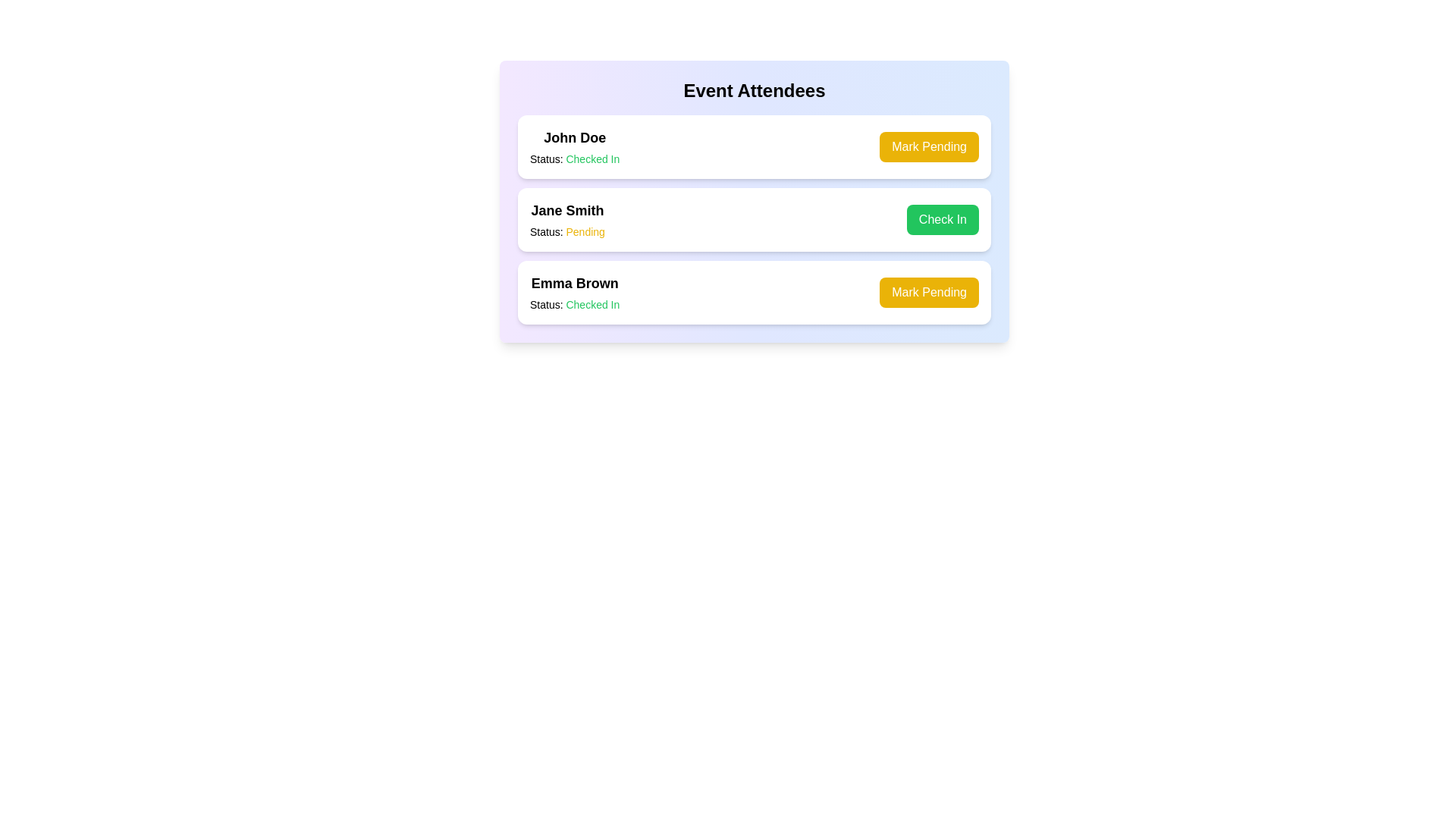 This screenshot has width=1456, height=819. What do you see at coordinates (574, 137) in the screenshot?
I see `the name of the attendee to select the text` at bounding box center [574, 137].